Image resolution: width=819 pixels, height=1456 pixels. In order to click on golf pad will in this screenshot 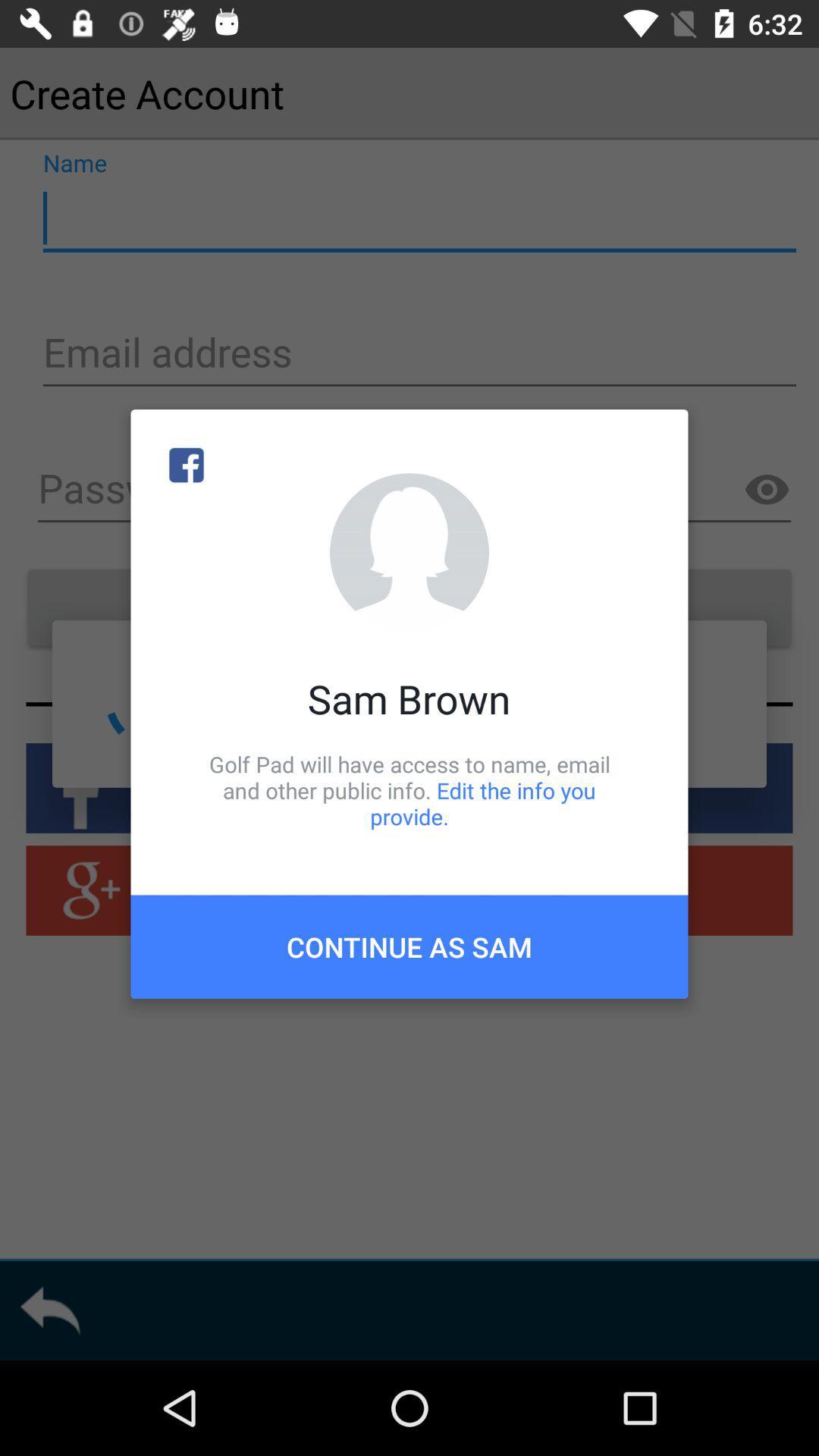, I will do `click(409, 789)`.